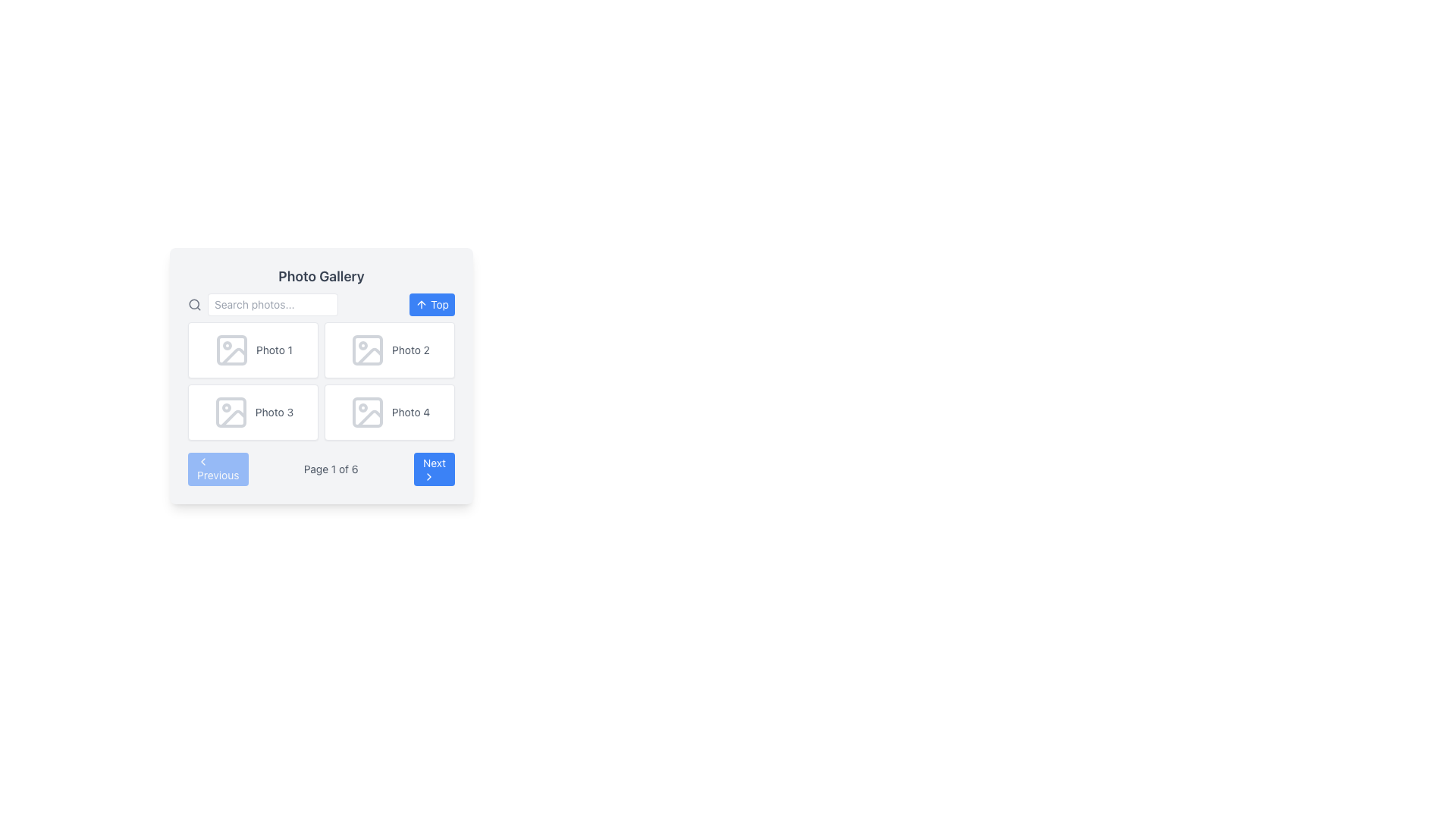 The height and width of the screenshot is (819, 1456). I want to click on the second photo card in the top-right corner of the photo gallery, so click(389, 350).